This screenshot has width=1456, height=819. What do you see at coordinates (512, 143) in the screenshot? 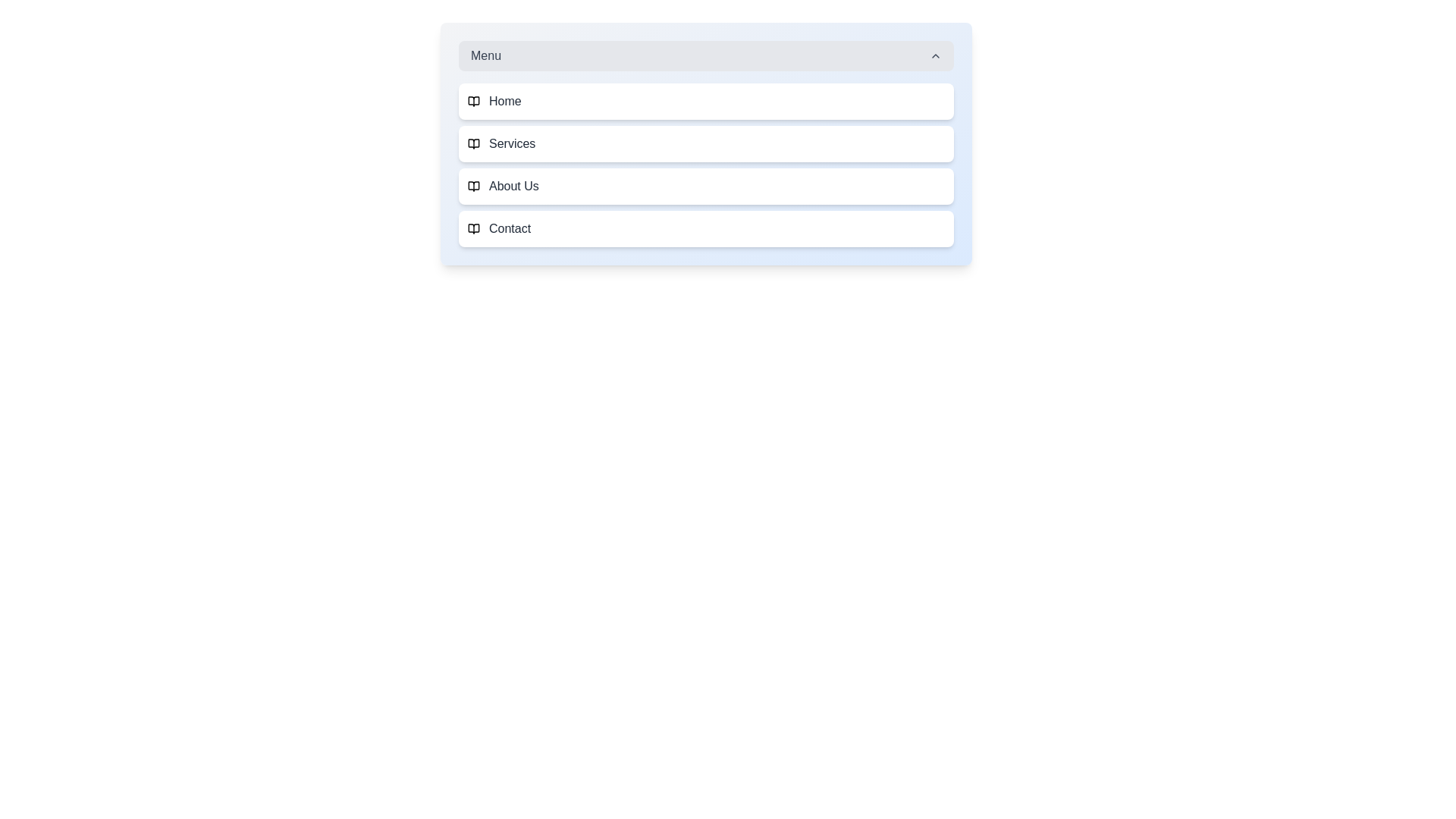
I see `text content of the 'Services' label in the menu, which is the second item from the top and located to the right of a book icon` at bounding box center [512, 143].